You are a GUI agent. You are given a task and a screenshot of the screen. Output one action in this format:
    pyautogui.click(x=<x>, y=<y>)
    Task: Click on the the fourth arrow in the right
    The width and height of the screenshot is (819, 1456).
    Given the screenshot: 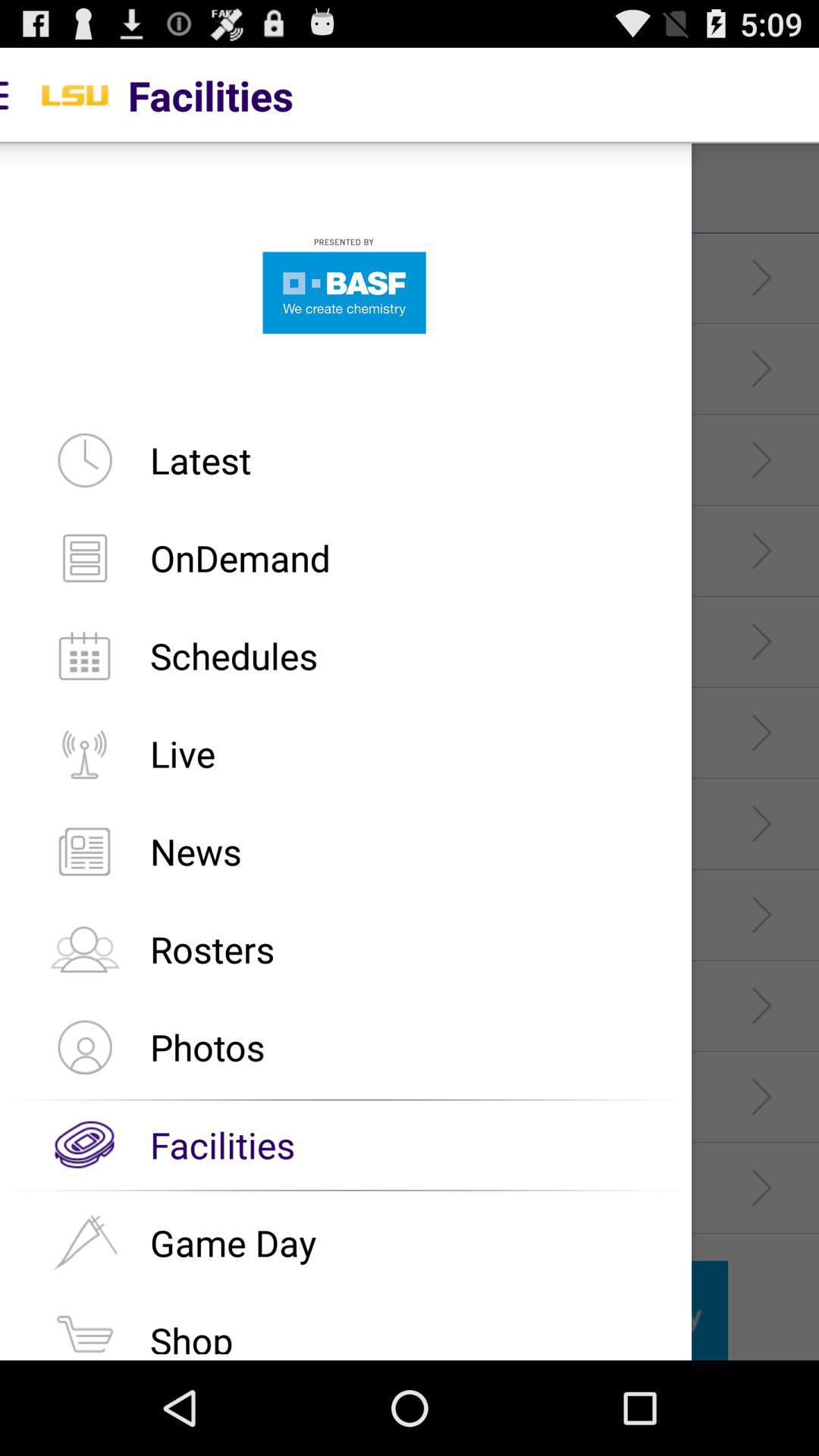 What is the action you would take?
    pyautogui.click(x=761, y=550)
    